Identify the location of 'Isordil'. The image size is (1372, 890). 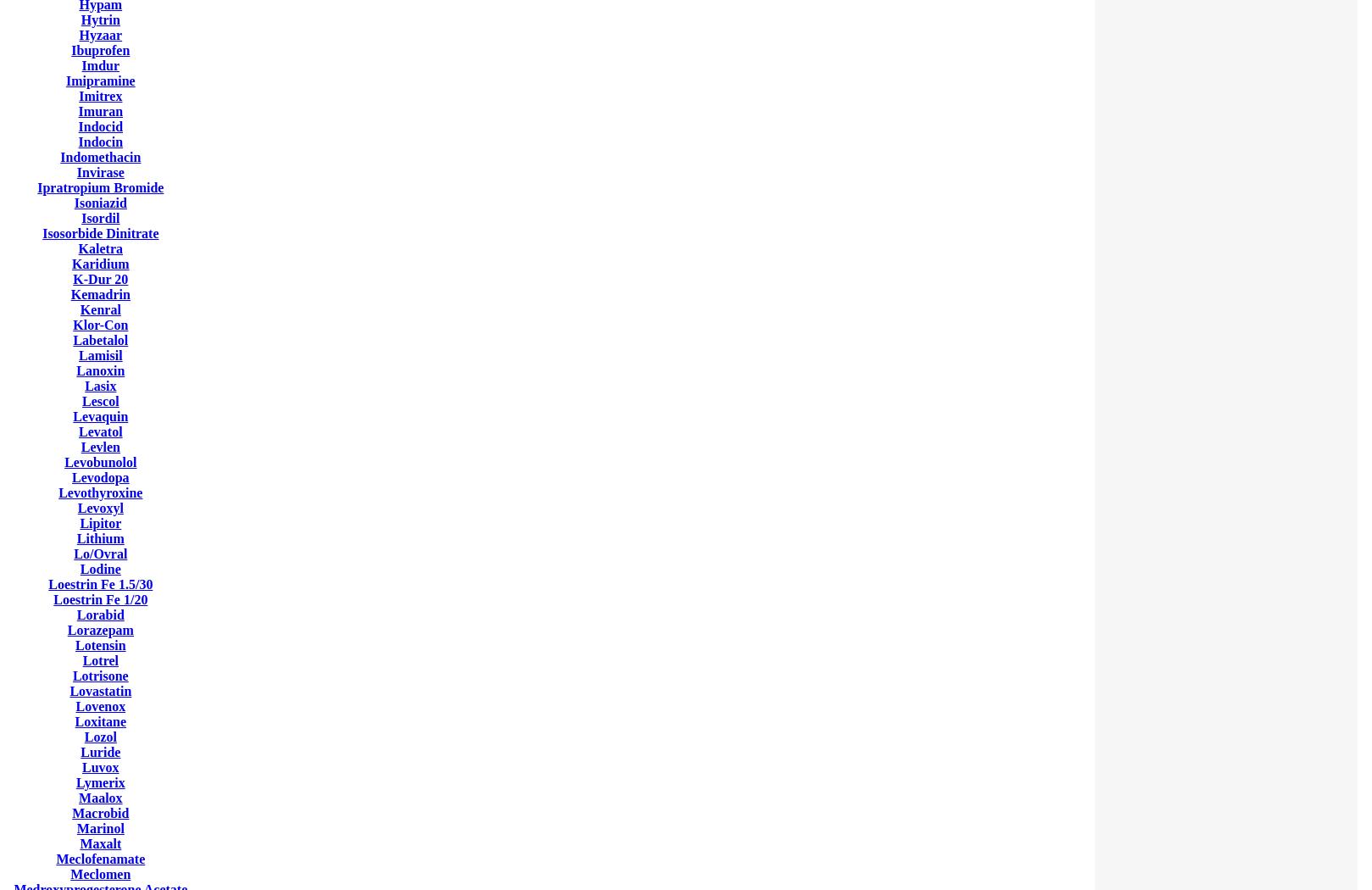
(100, 218).